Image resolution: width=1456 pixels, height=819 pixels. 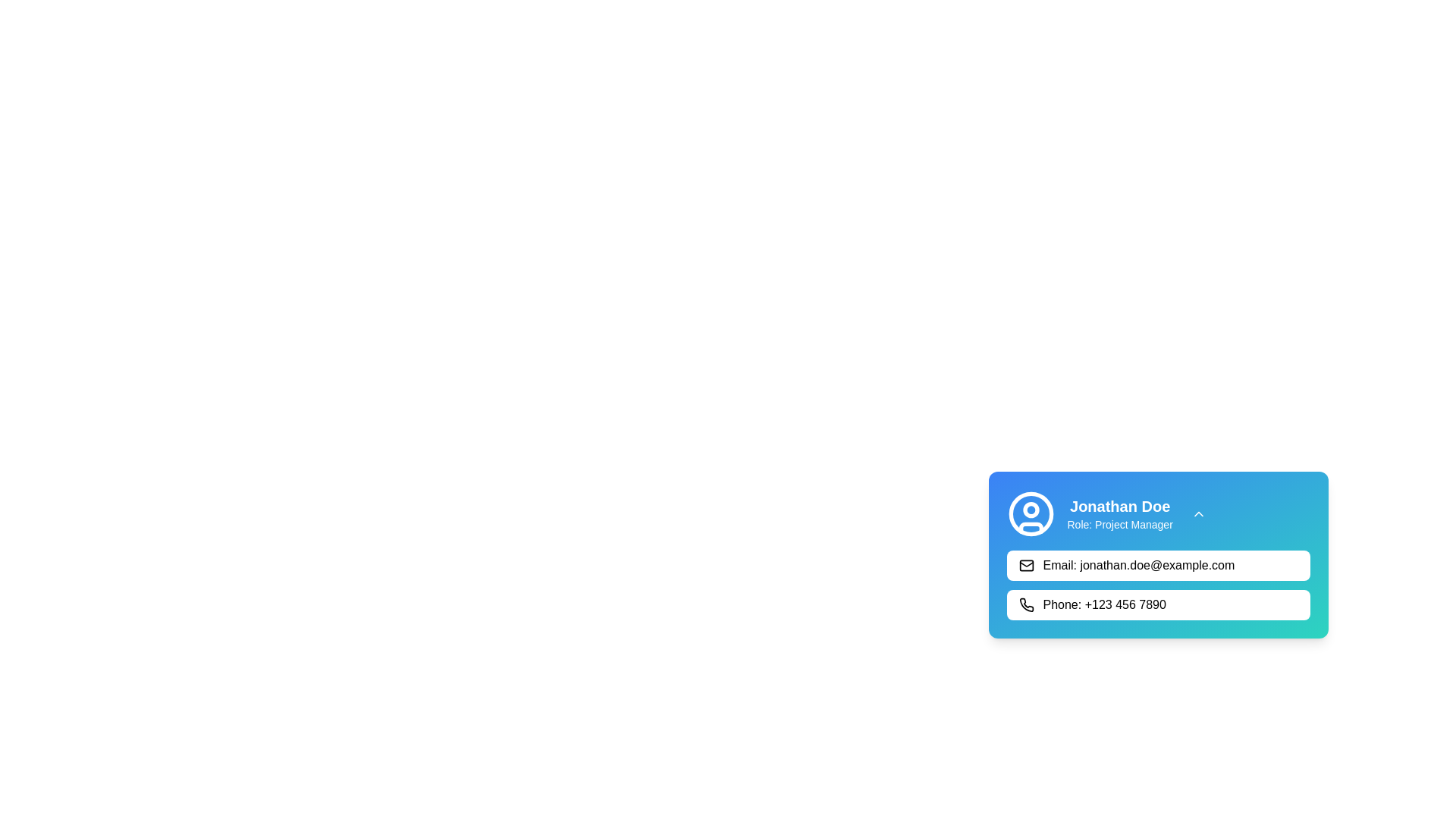 What do you see at coordinates (1120, 513) in the screenshot?
I see `the text block that displays the name and role of an individual in the profile card located at the top-right section of the card` at bounding box center [1120, 513].